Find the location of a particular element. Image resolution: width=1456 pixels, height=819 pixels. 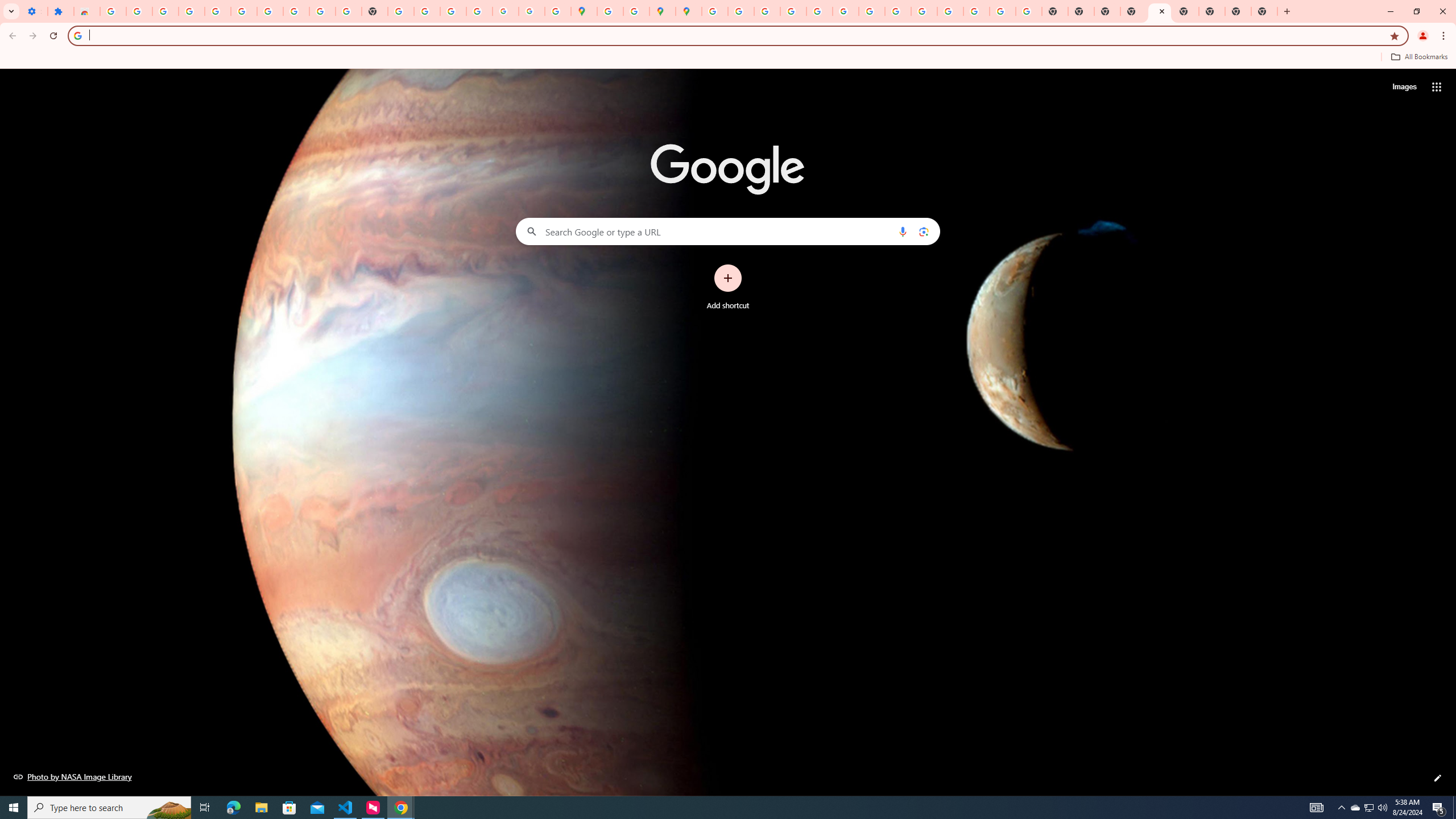

'System' is located at coordinates (6, 5).